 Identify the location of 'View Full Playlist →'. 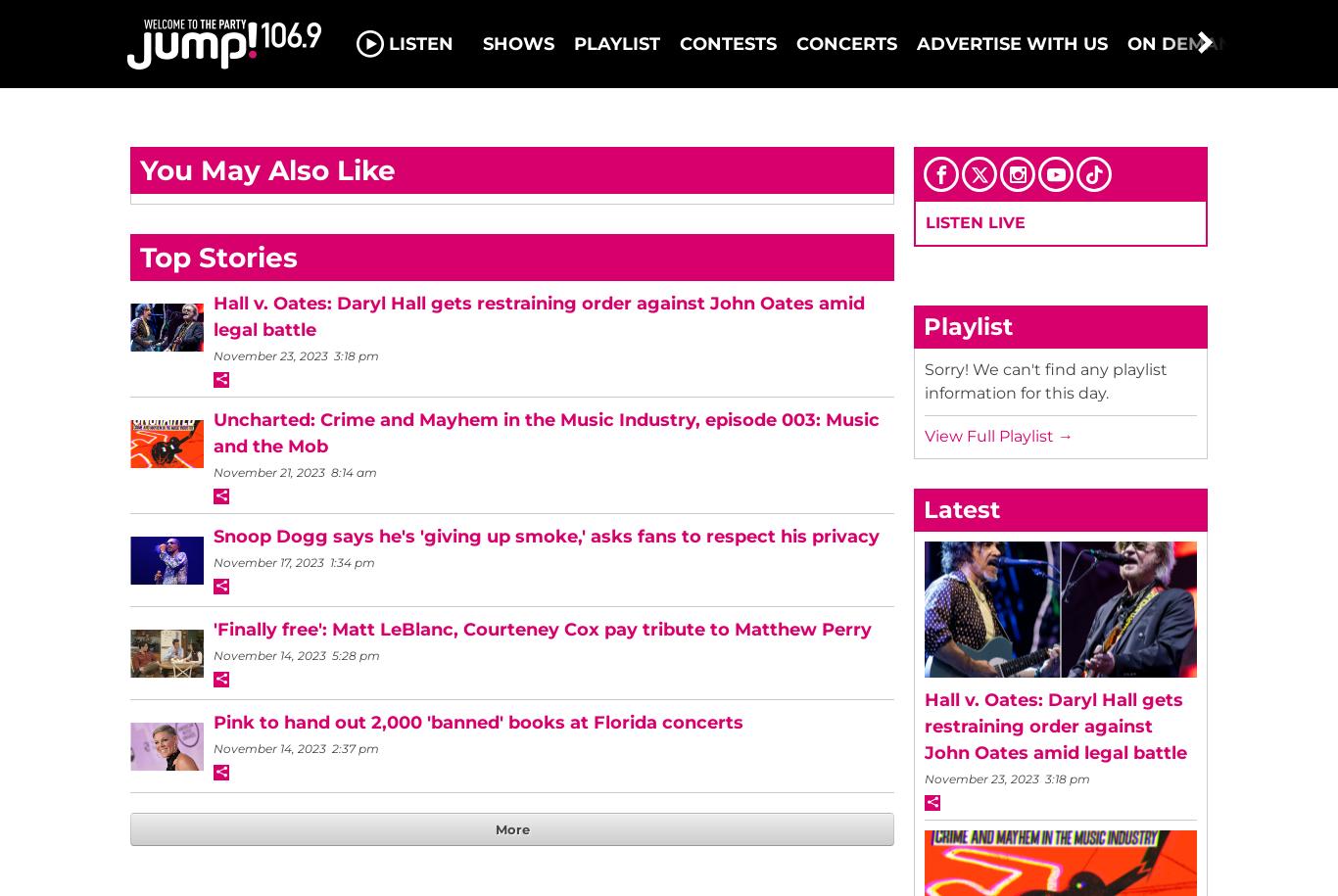
(998, 436).